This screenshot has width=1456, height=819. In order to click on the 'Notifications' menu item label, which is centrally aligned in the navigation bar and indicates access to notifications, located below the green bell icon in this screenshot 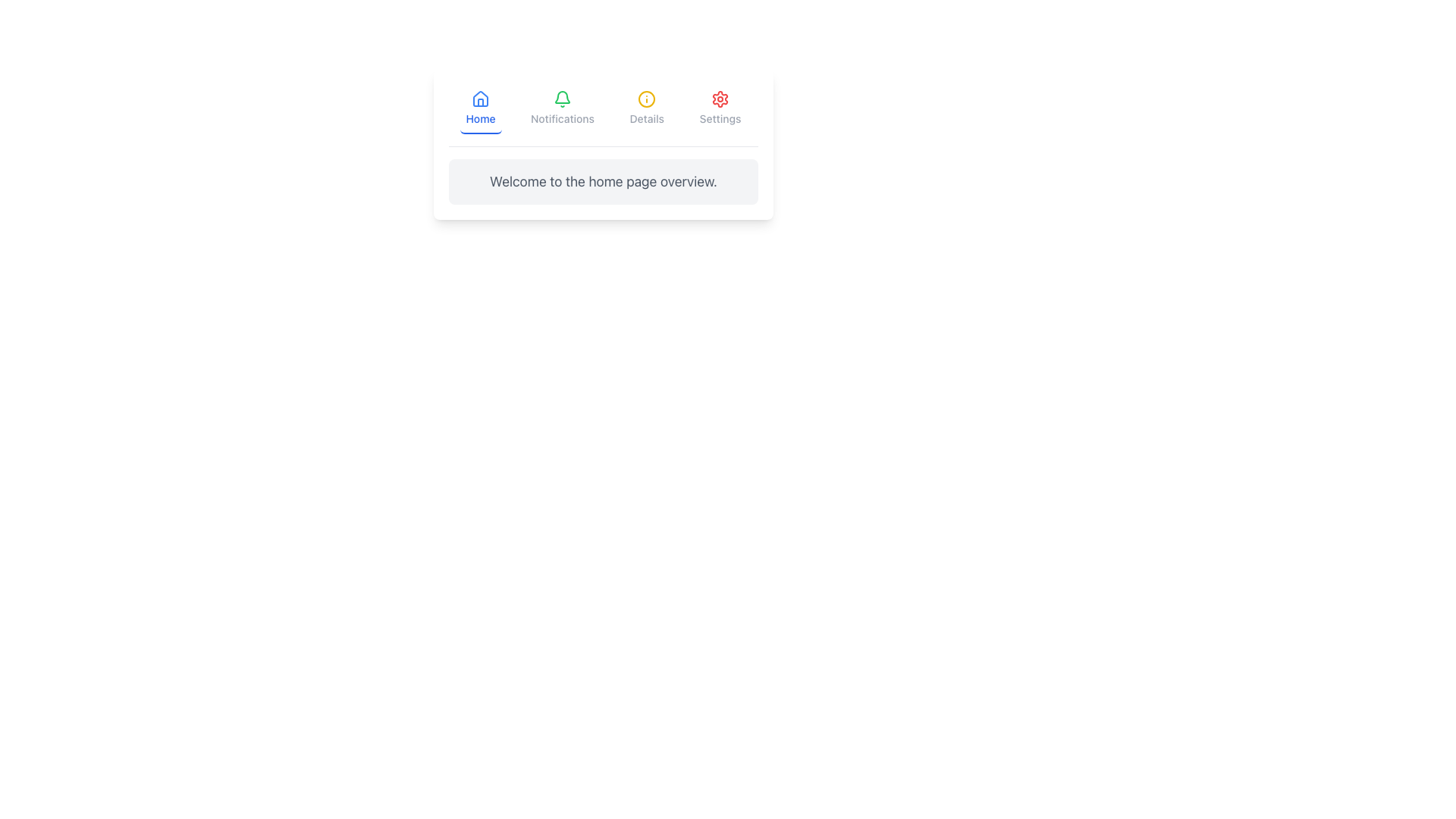, I will do `click(562, 118)`.